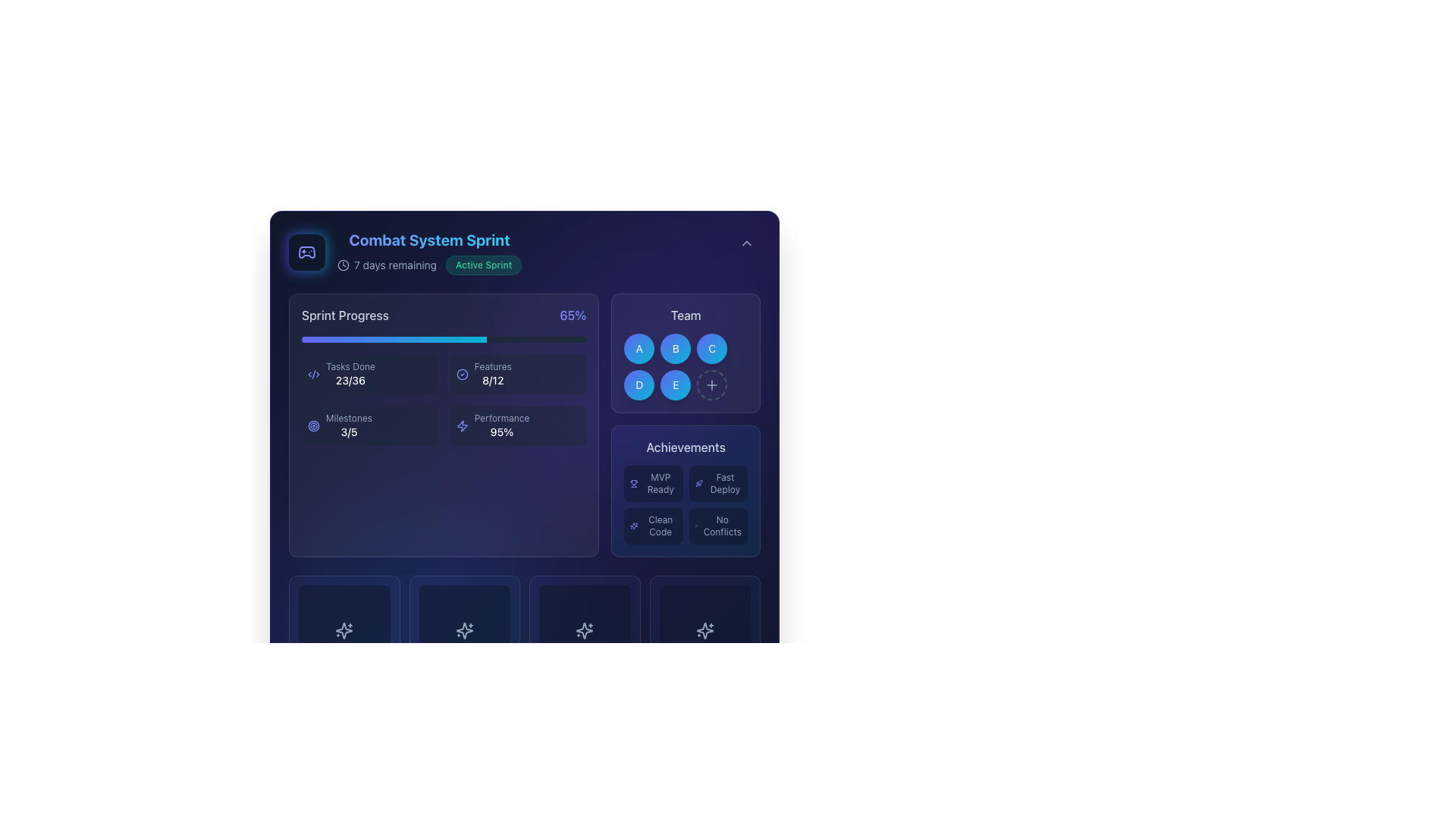 This screenshot has height=819, width=1456. Describe the element at coordinates (463, 631) in the screenshot. I see `the square grid cell with a star-like icon located in the second column of the last row beneath the 'Sprint Progress' section` at that location.